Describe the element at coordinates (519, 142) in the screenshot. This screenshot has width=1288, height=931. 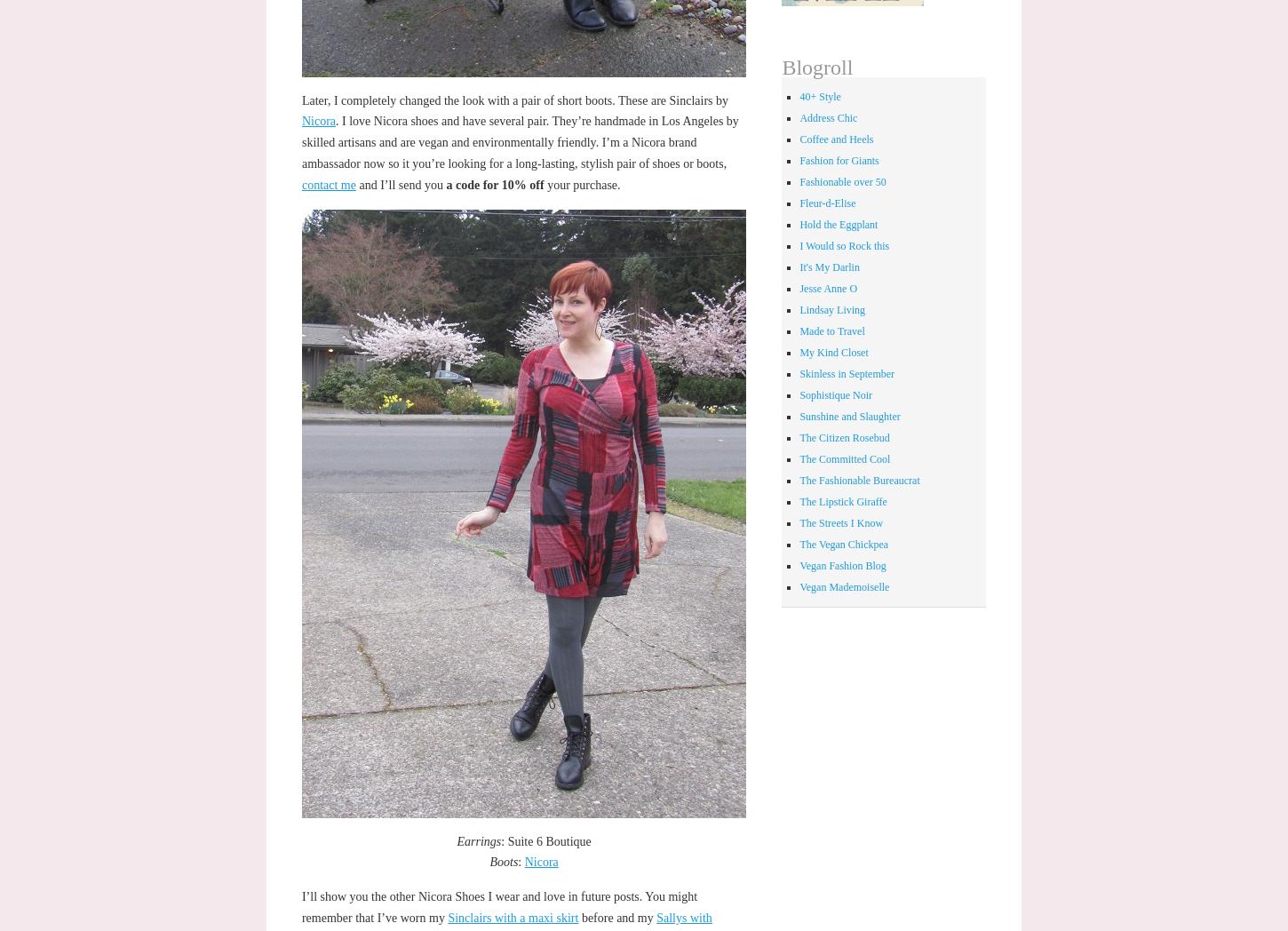
I see `'. I love Nicora shoes and have several pair. They’re handmade in Los Angeles by skilled artisans and are vegan and environmentally friendly. I’m a Nicora brand ambassador now so it you’re looking for a long-lasting, stylish pair of shoes or boots,'` at that location.